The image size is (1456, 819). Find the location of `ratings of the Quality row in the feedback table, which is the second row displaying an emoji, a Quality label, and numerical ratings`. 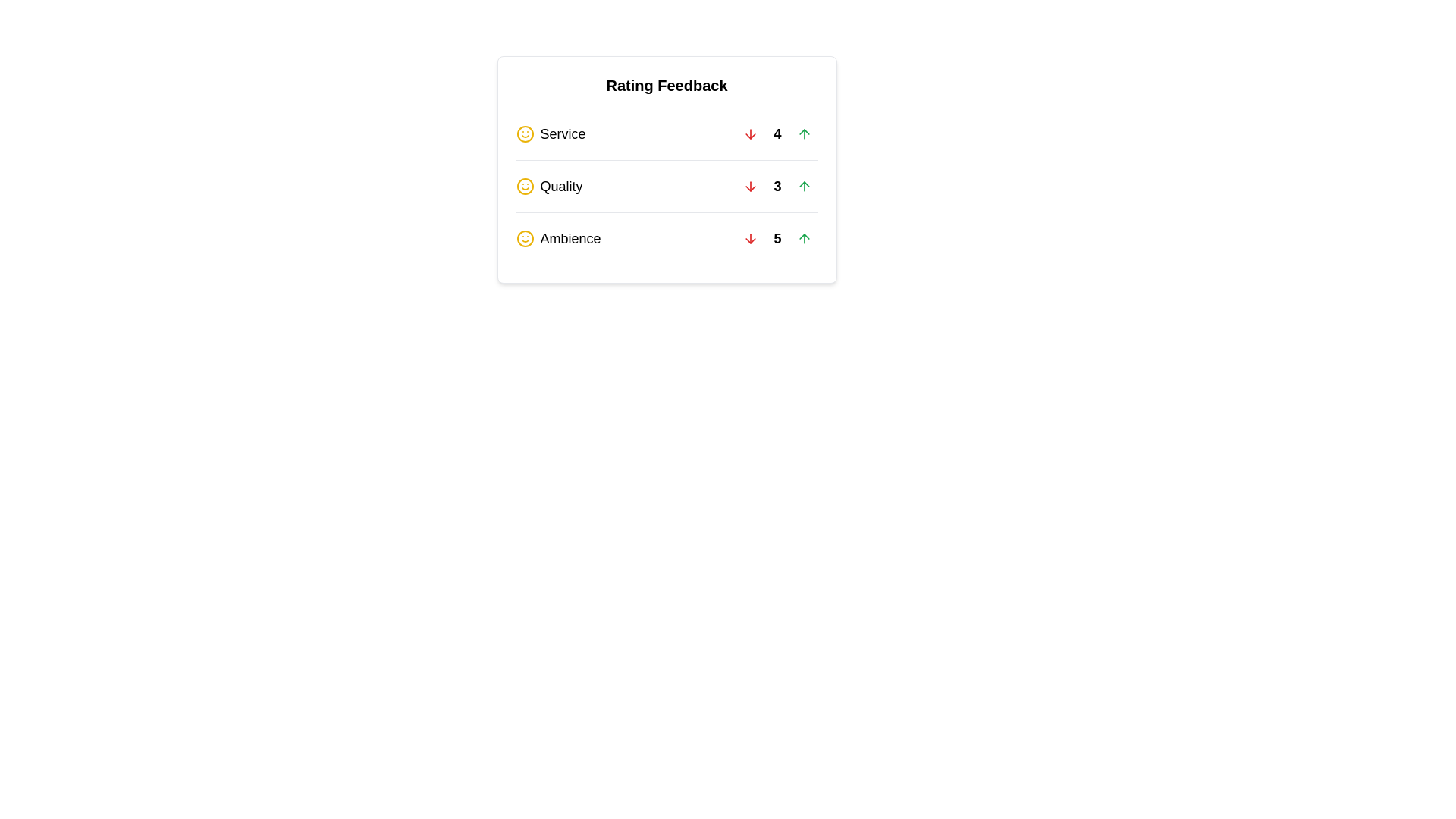

ratings of the Quality row in the feedback table, which is the second row displaying an emoji, a Quality label, and numerical ratings is located at coordinates (667, 185).